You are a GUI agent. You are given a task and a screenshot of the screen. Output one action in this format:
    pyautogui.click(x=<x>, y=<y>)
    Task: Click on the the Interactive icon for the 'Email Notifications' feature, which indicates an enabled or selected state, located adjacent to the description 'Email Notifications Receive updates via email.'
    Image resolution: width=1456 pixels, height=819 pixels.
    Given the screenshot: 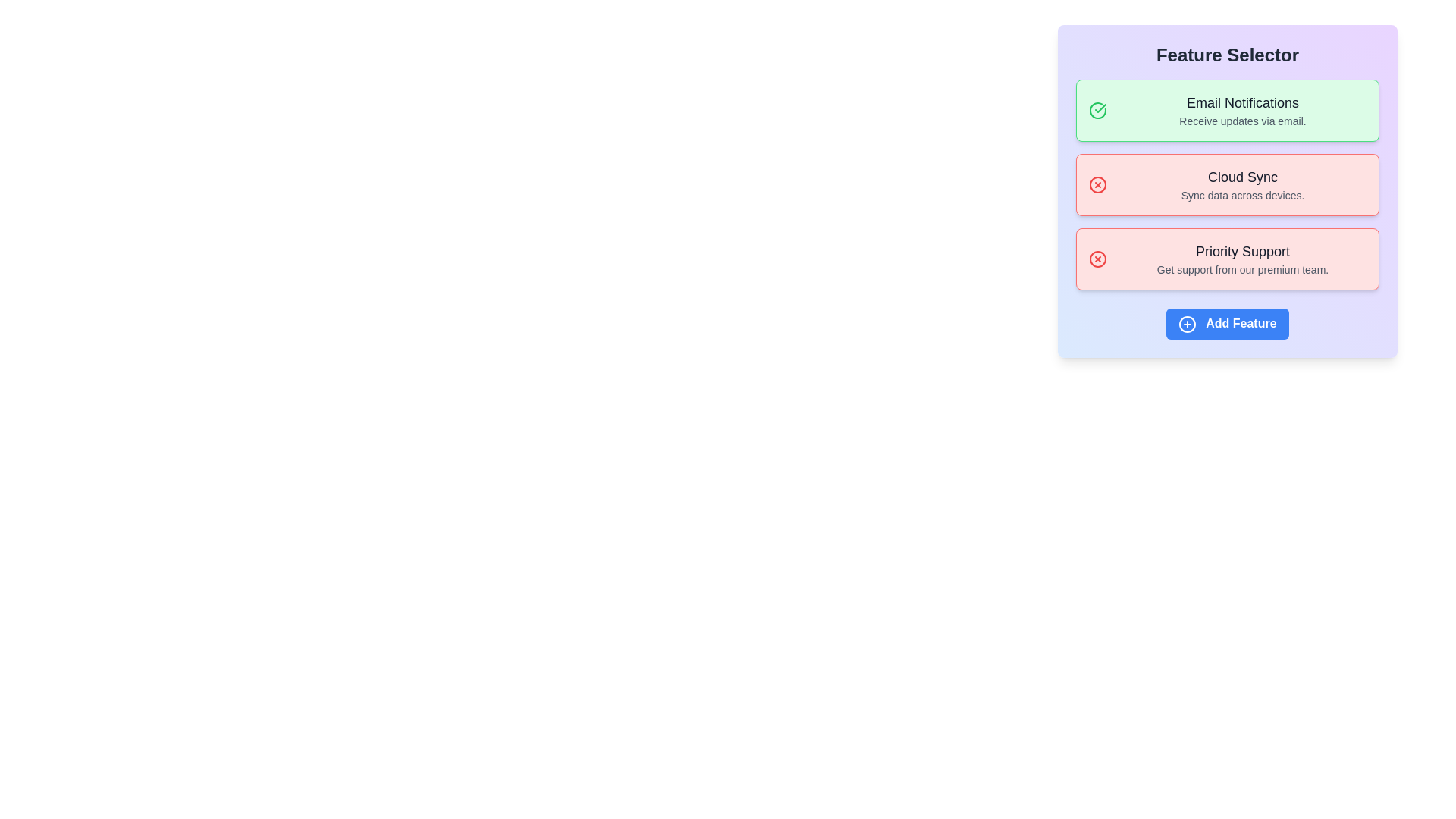 What is the action you would take?
    pyautogui.click(x=1098, y=110)
    